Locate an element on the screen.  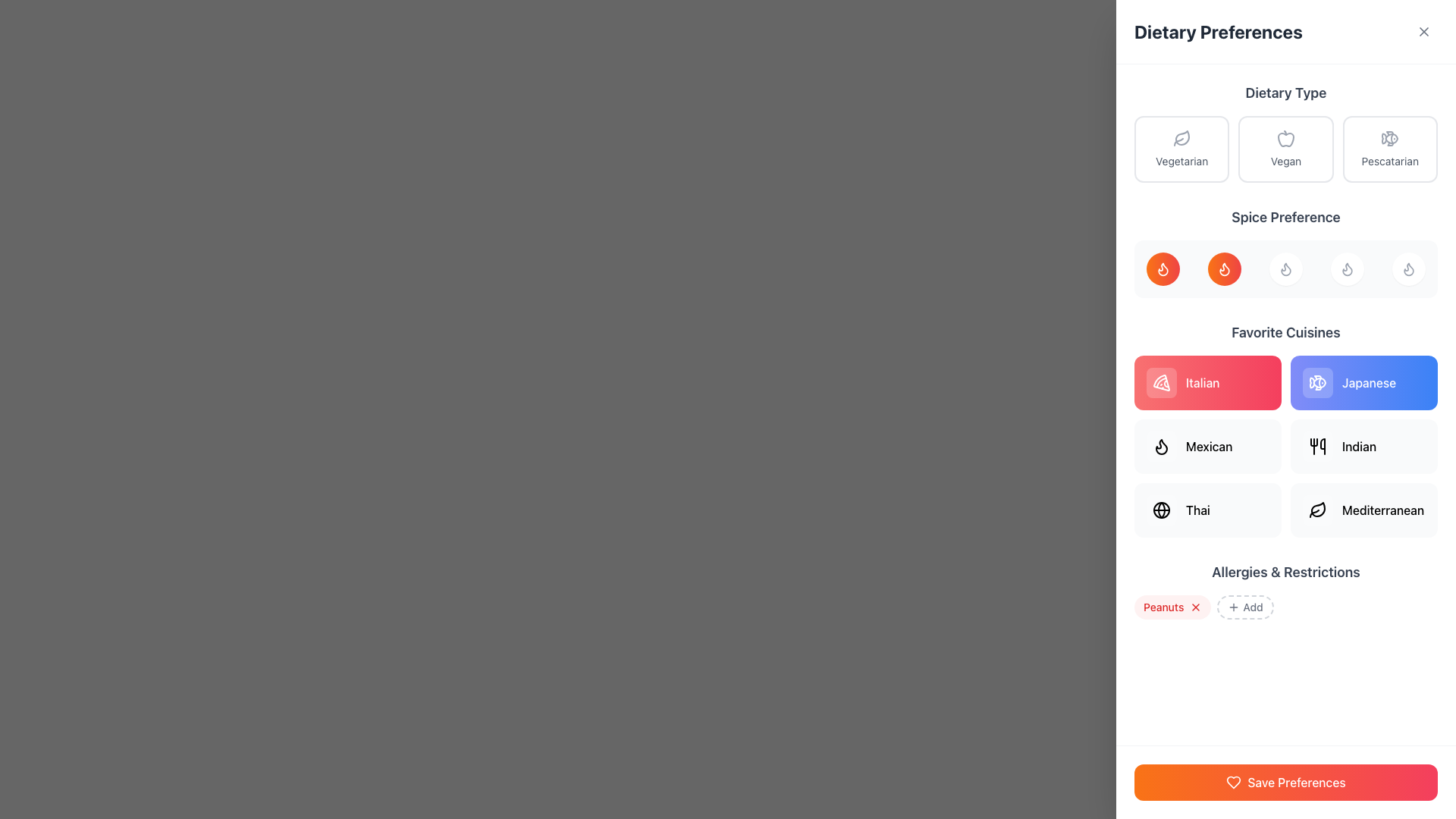
the 'Thai' cuisine text label in the 'Favorite Cuisines' section is located at coordinates (1197, 510).